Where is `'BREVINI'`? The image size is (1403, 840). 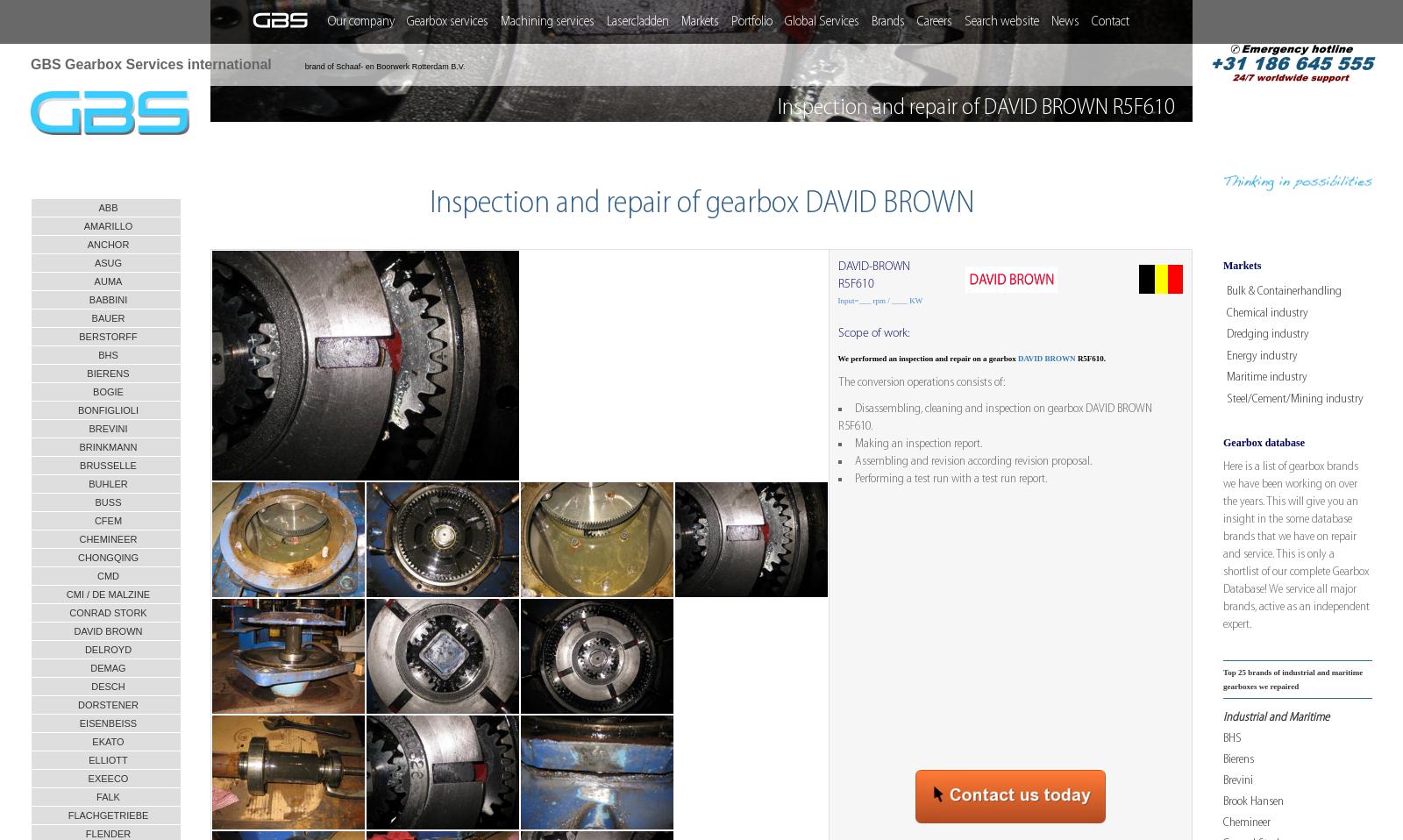 'BREVINI' is located at coordinates (107, 427).